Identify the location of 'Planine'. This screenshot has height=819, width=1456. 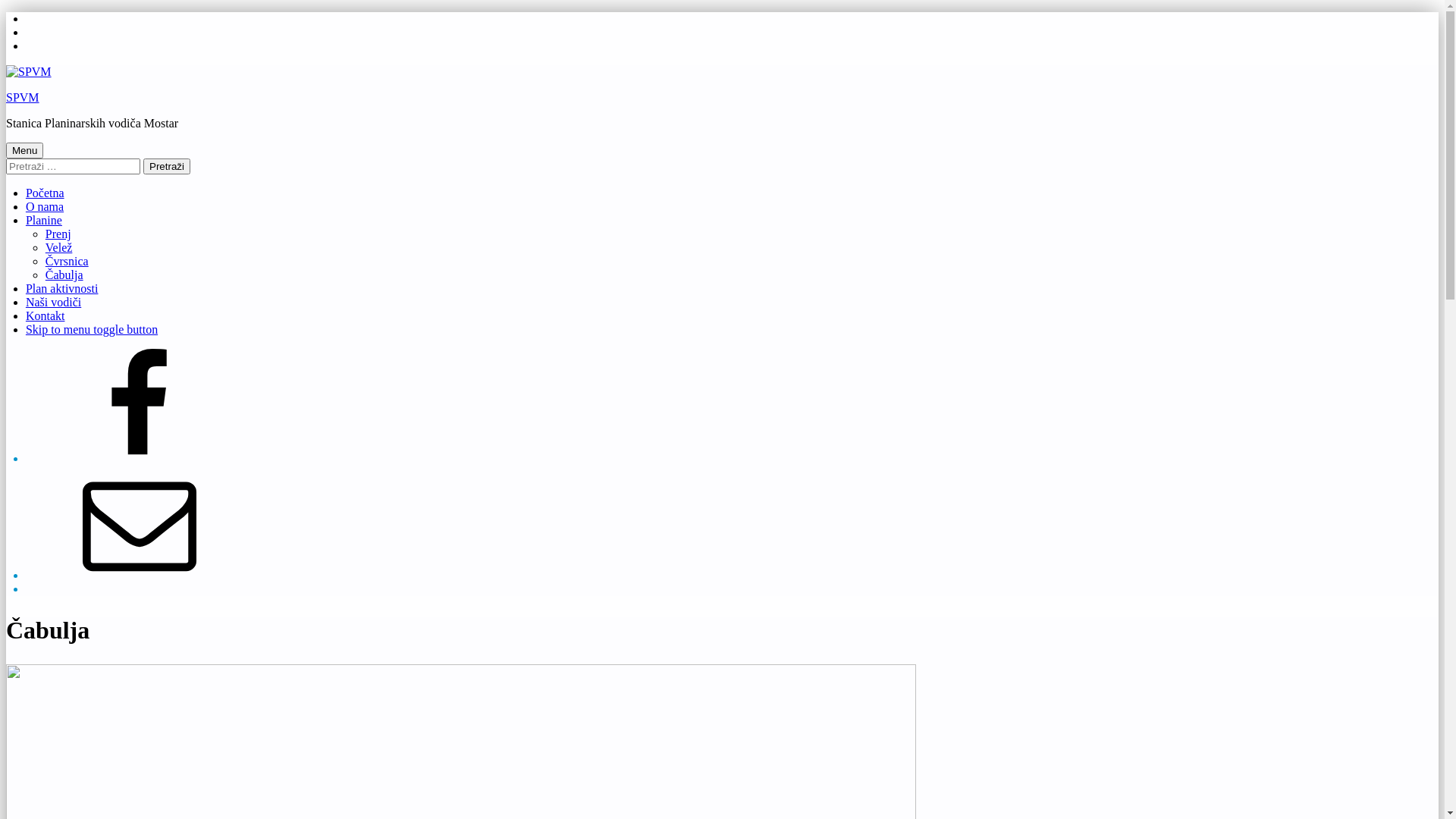
(43, 220).